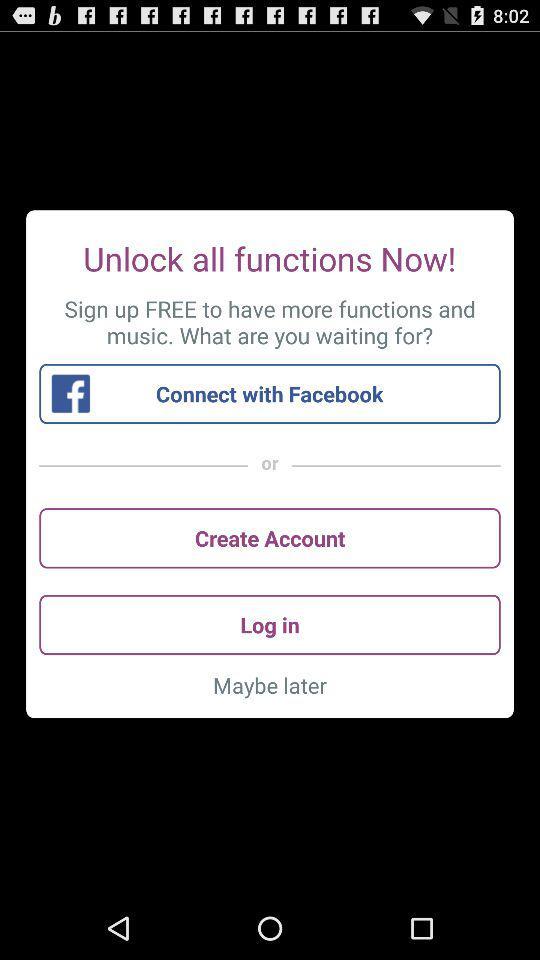 This screenshot has width=540, height=960. I want to click on the maybe later at the bottom, so click(270, 685).